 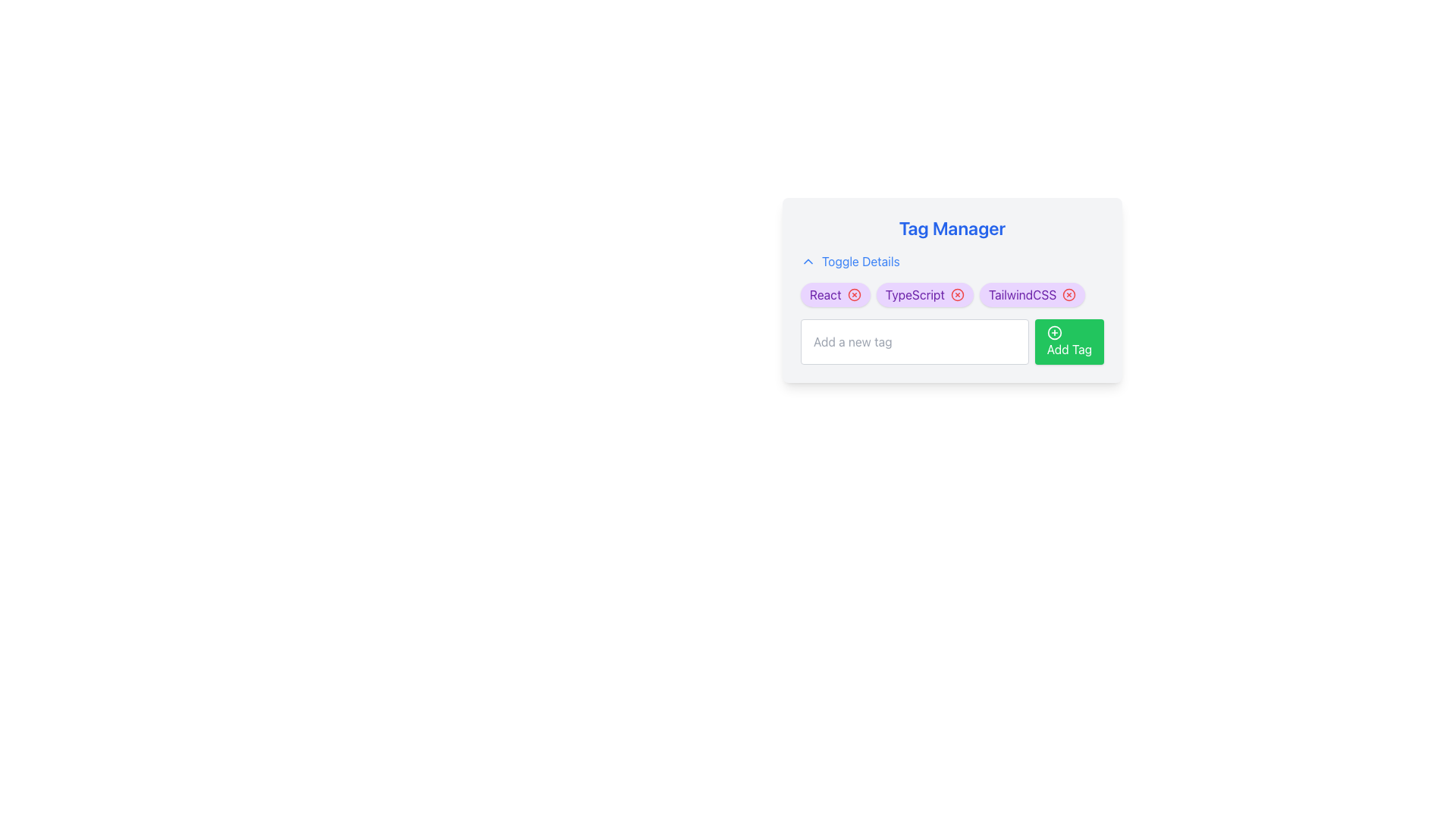 I want to click on the circular graphic element indicating removal or delete action associated with the 'TailwindCSS' tag in the 'Tag Manager' interface, positioned at the top right corner of the tag, so click(x=1068, y=295).